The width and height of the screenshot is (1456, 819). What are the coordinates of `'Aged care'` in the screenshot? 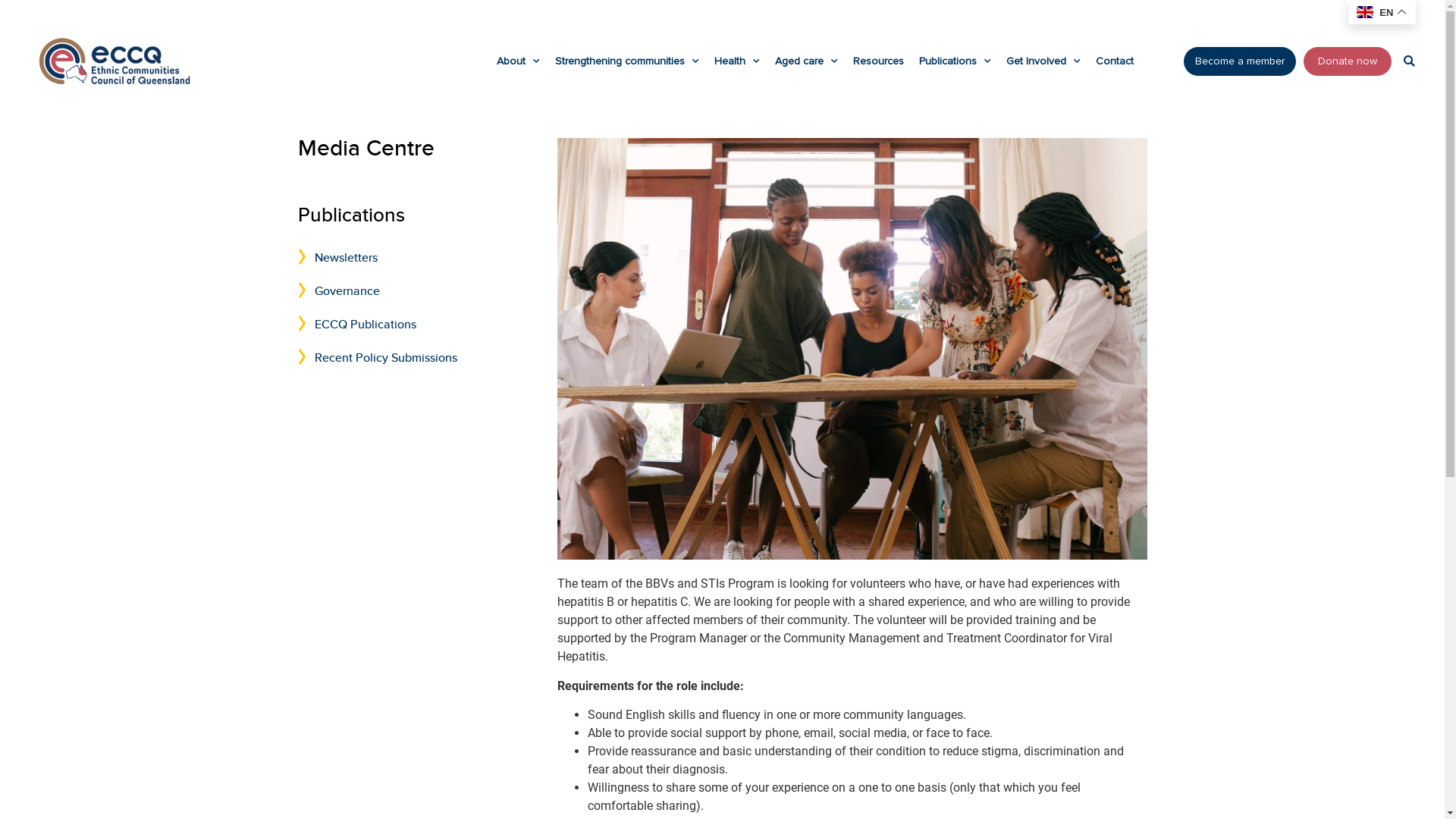 It's located at (805, 61).